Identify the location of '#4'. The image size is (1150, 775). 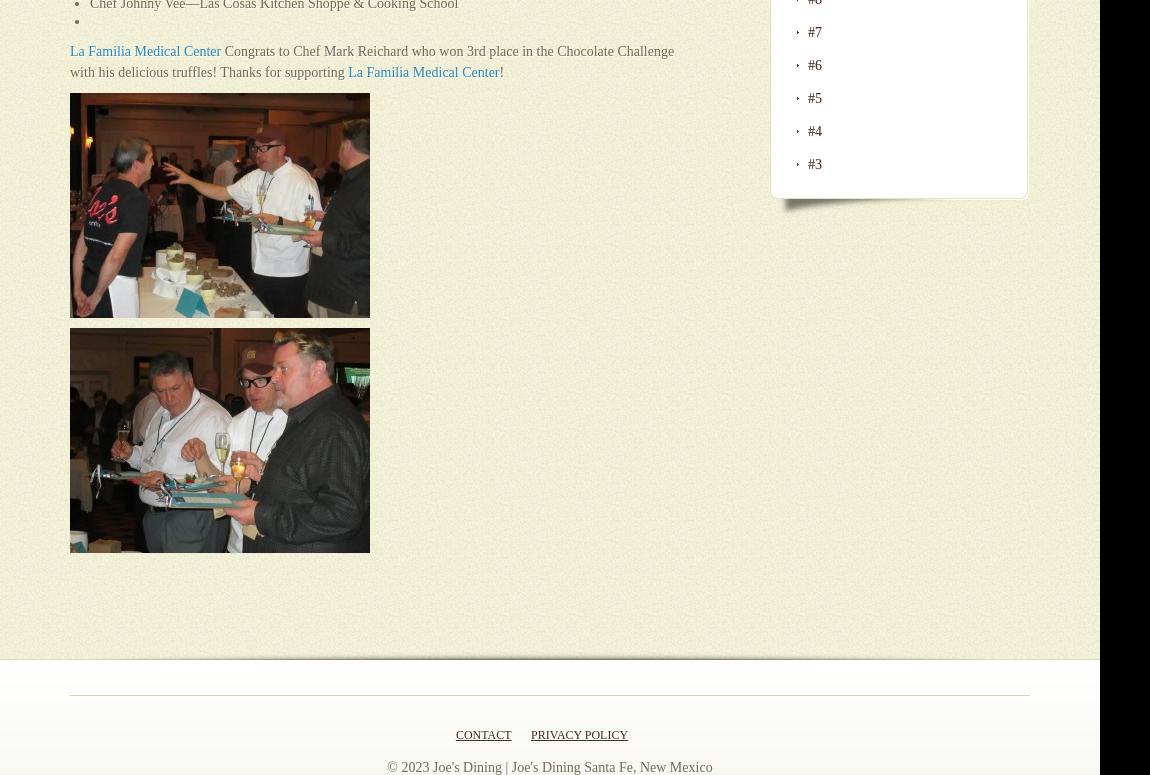
(806, 130).